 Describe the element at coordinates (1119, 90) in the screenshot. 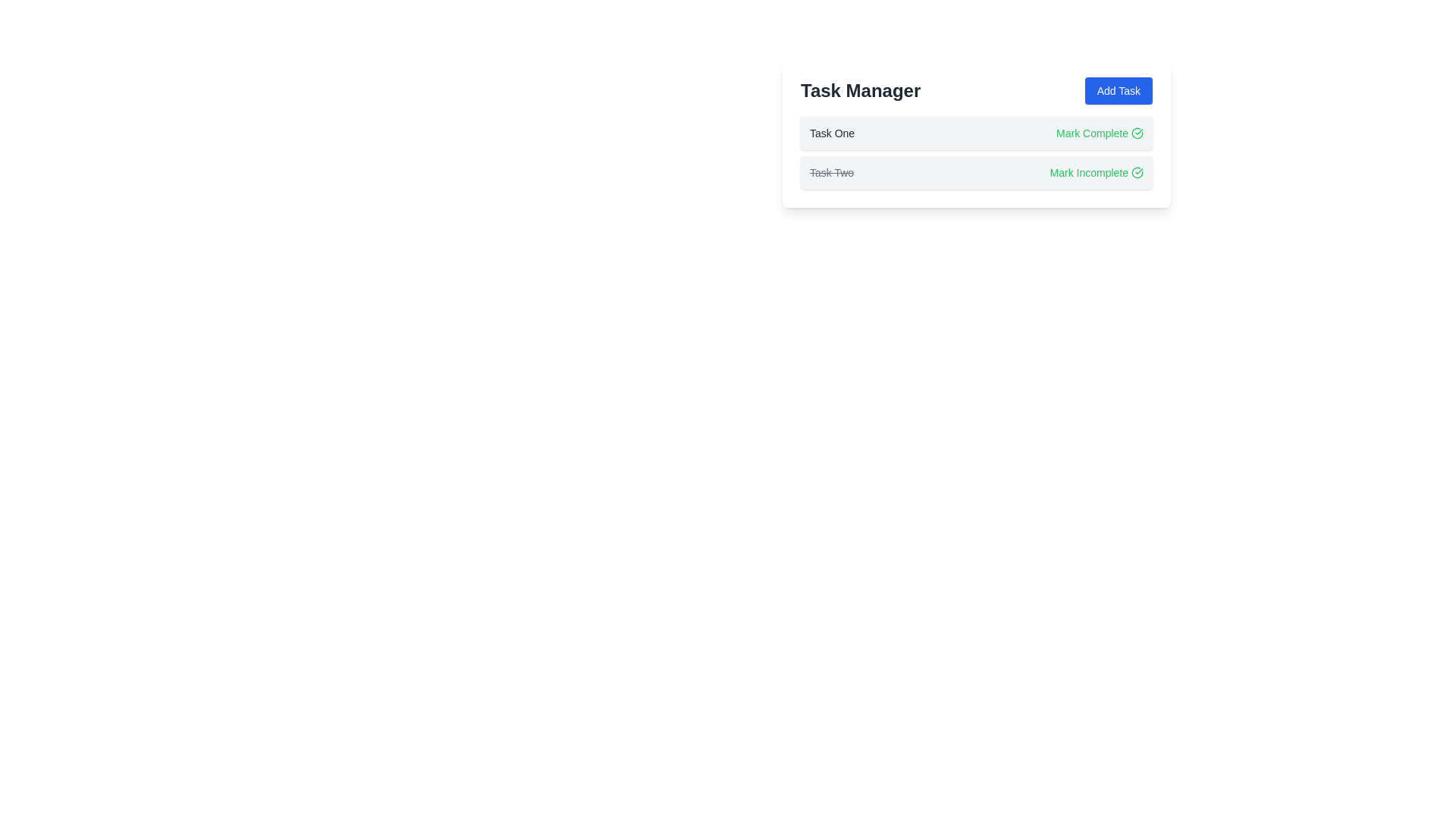

I see `the 'Add Task' button with a blue background and white text` at that location.